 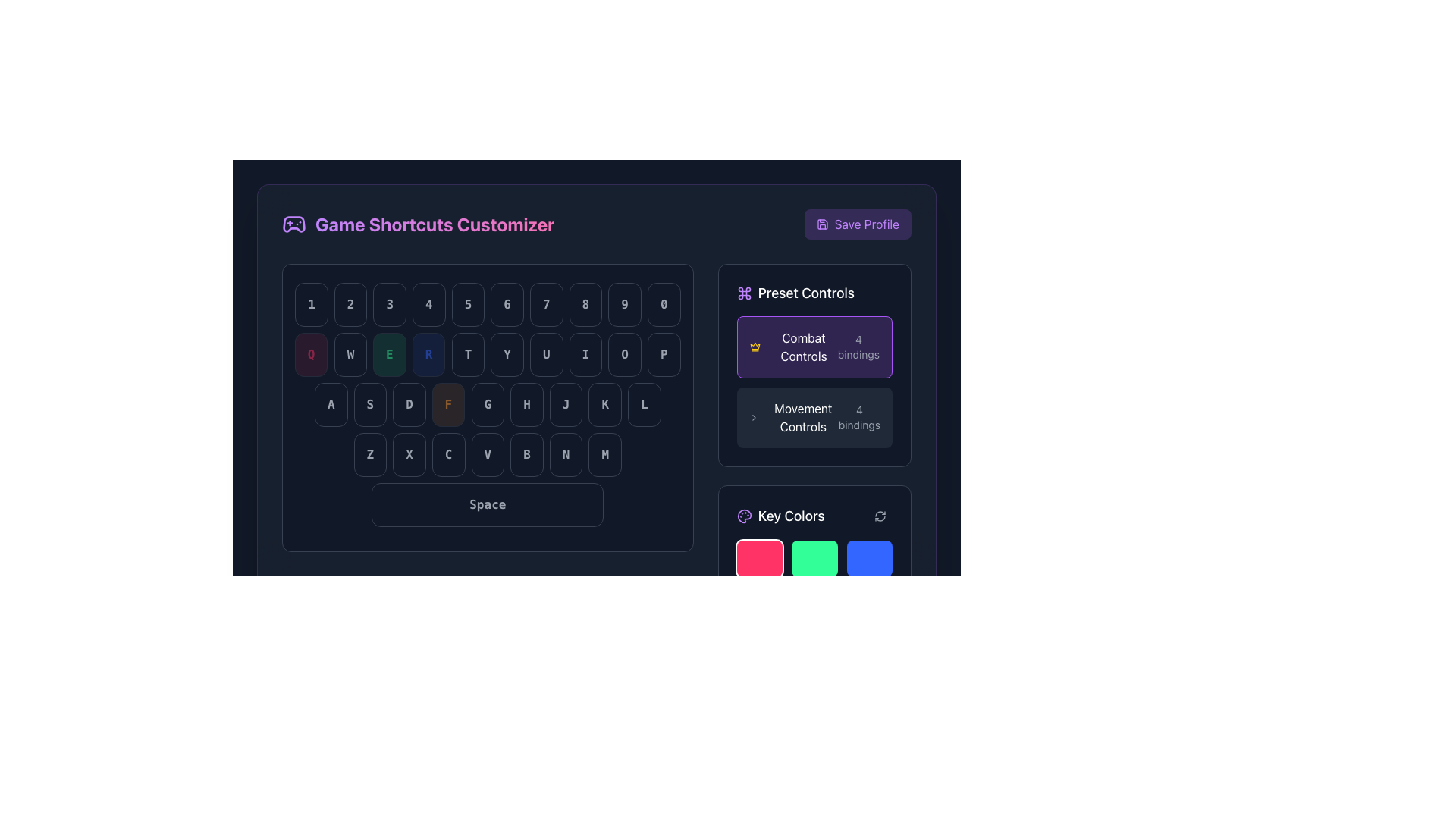 I want to click on the button that simulates the 'H' key, which is the second button from the left in the row of a virtual keyboard interface, so click(x=527, y=403).